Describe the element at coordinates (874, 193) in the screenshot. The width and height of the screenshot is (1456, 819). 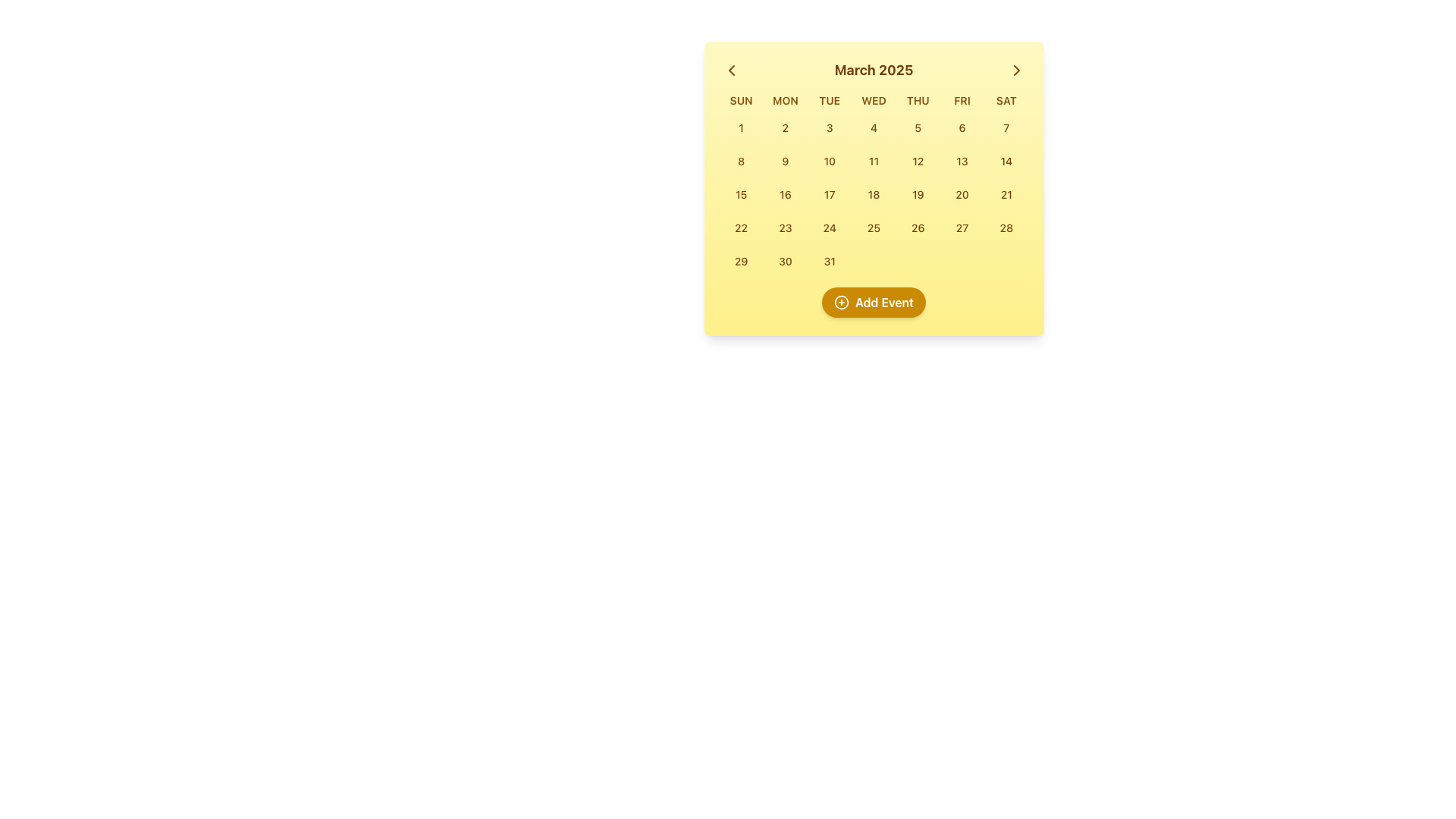
I see `the text indicating the 18th day of the month` at that location.